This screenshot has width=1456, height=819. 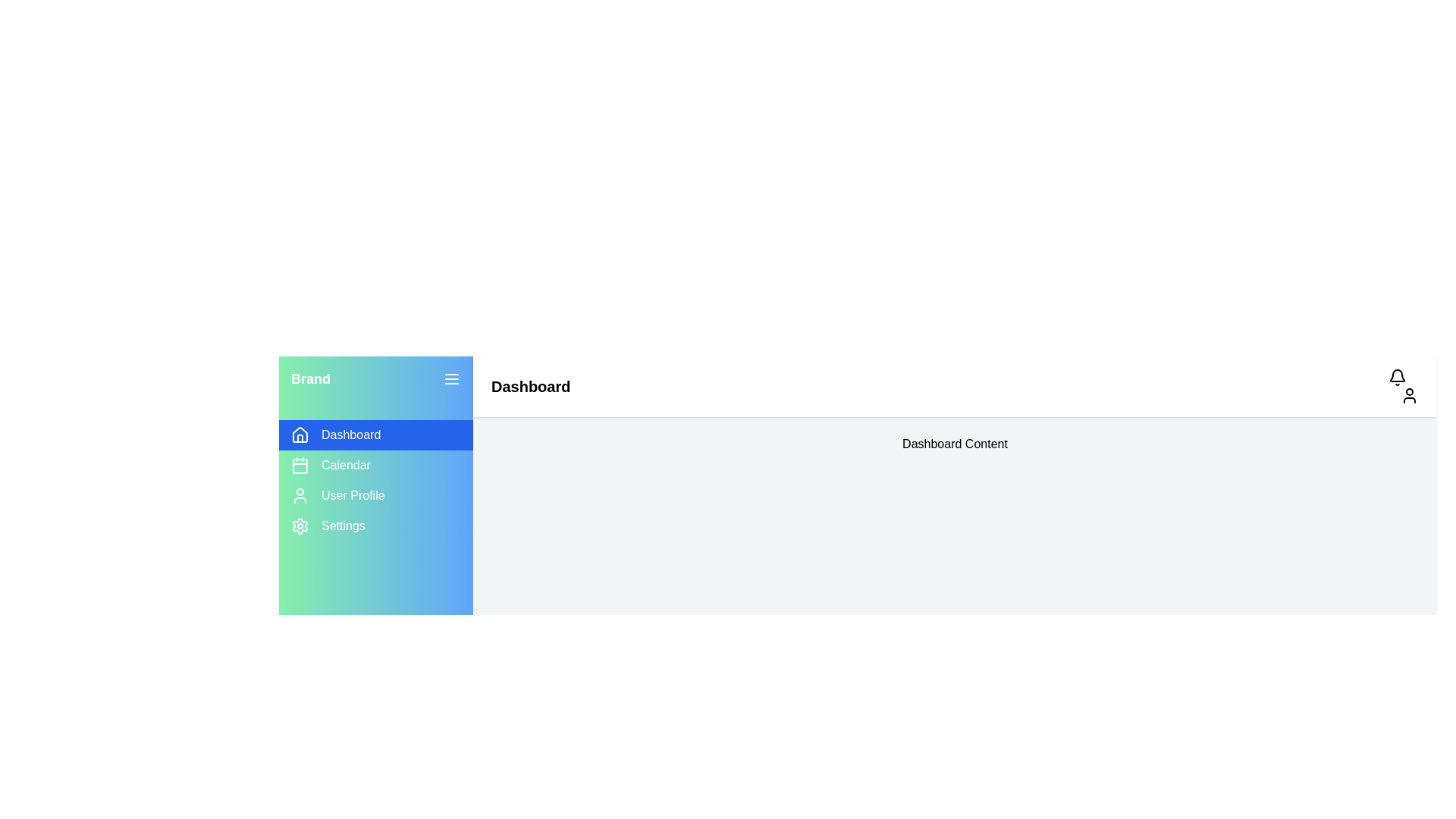 I want to click on the 'Dashboard' button, which is the first option in the vertical navigation menu with a blue background and white text, to trigger the hover effect, so click(x=375, y=435).